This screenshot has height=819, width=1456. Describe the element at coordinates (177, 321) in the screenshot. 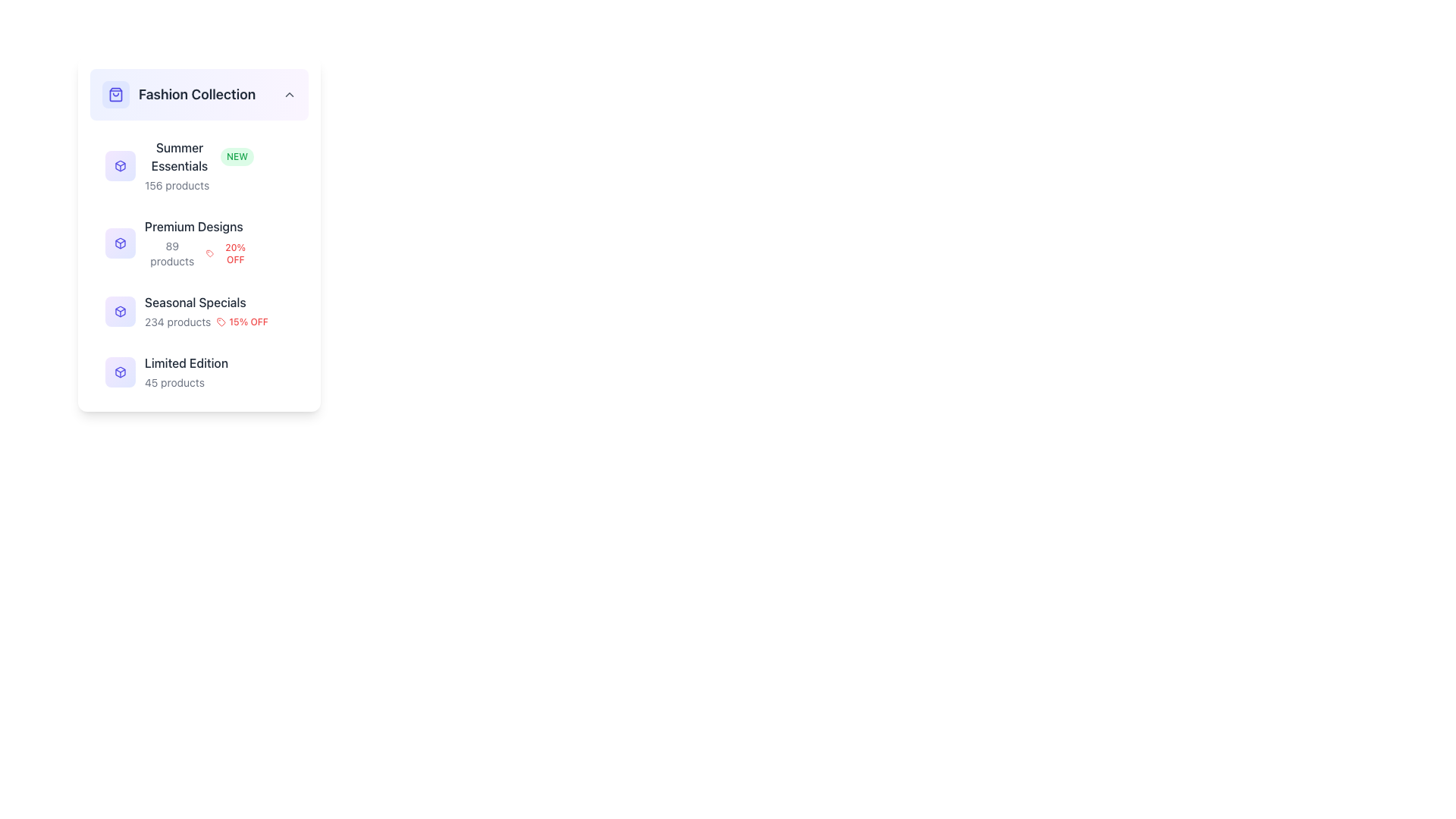

I see `information displayed in the text label that shows '234 products', which is located below 'Seasonal Specials' and to the left of '15% OFF' in the 'Fashion Collection' section` at that location.